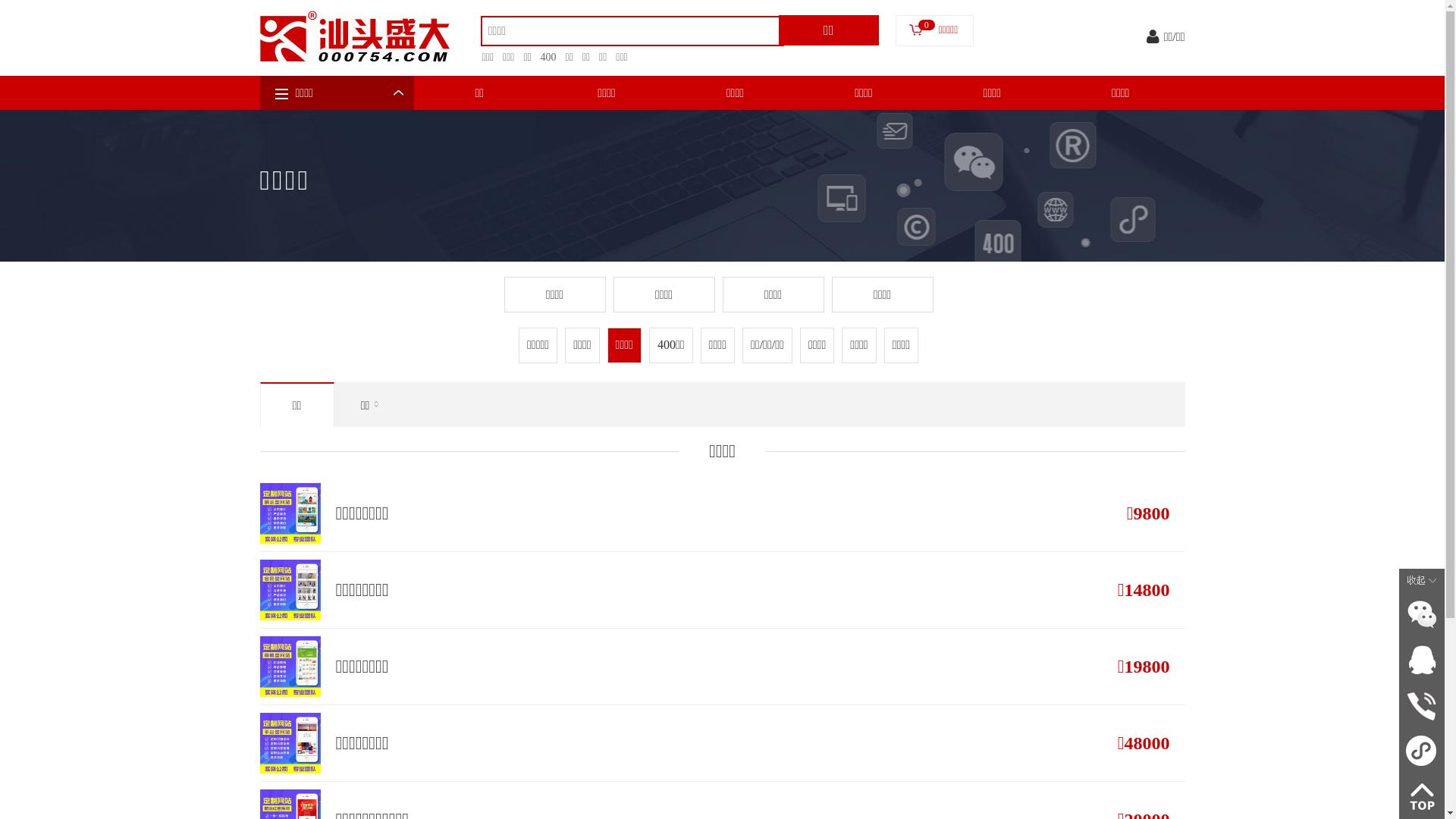 The height and width of the screenshot is (819, 1456). Describe the element at coordinates (531, 57) in the screenshot. I see `'400'` at that location.